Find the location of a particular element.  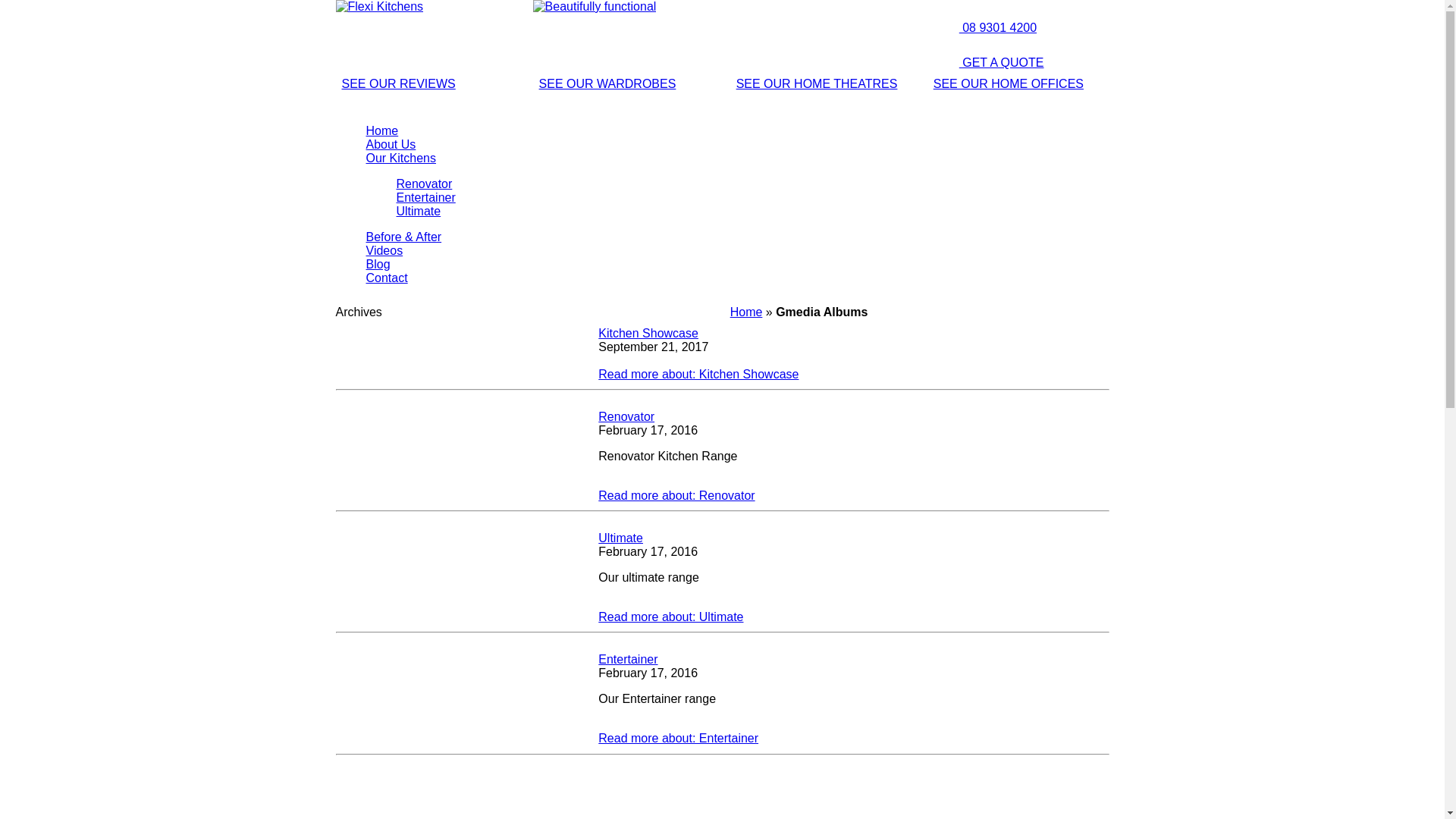

'08 9301 4200' is located at coordinates (982, 27).